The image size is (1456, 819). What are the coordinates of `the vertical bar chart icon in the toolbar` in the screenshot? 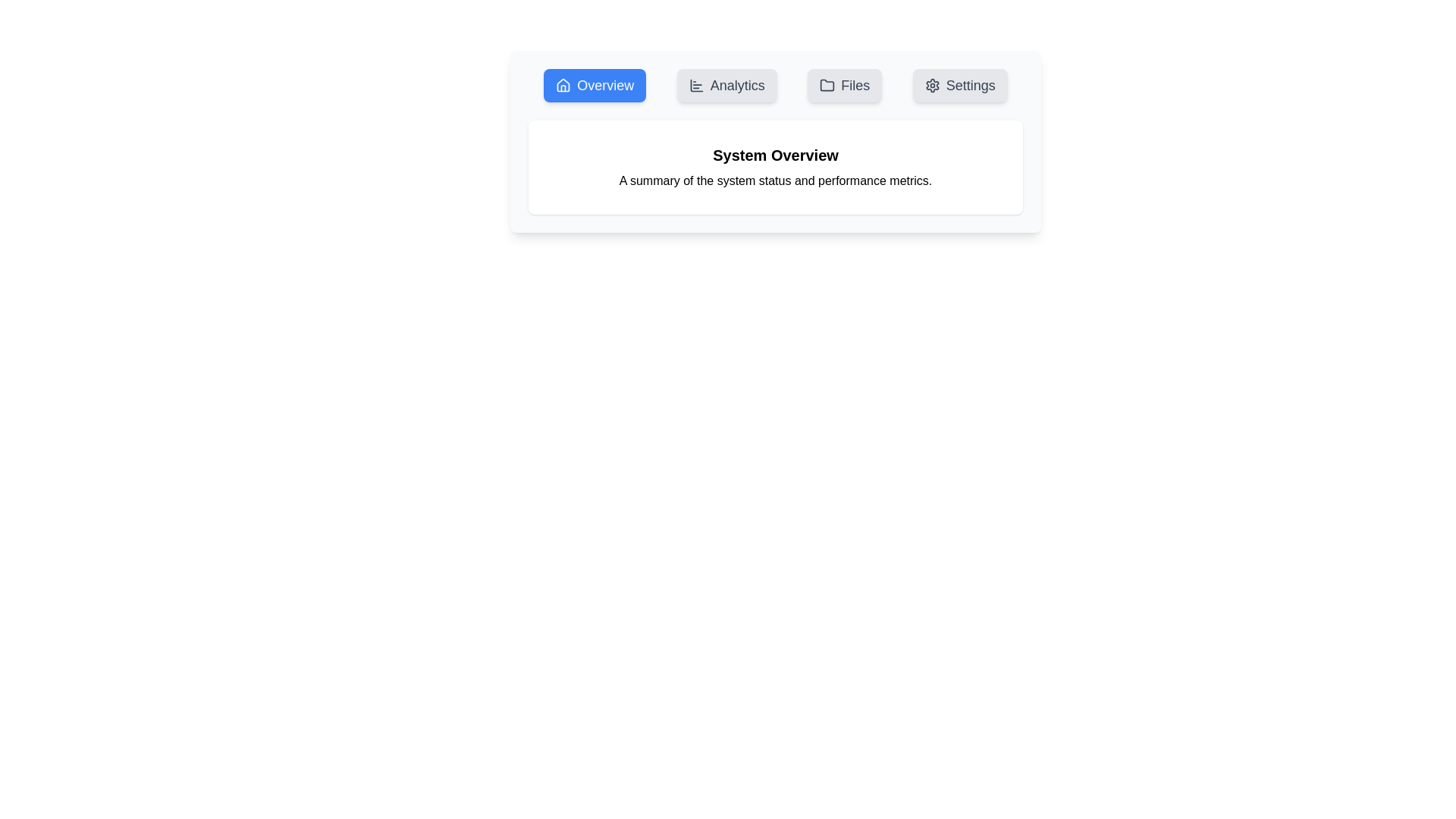 It's located at (695, 85).